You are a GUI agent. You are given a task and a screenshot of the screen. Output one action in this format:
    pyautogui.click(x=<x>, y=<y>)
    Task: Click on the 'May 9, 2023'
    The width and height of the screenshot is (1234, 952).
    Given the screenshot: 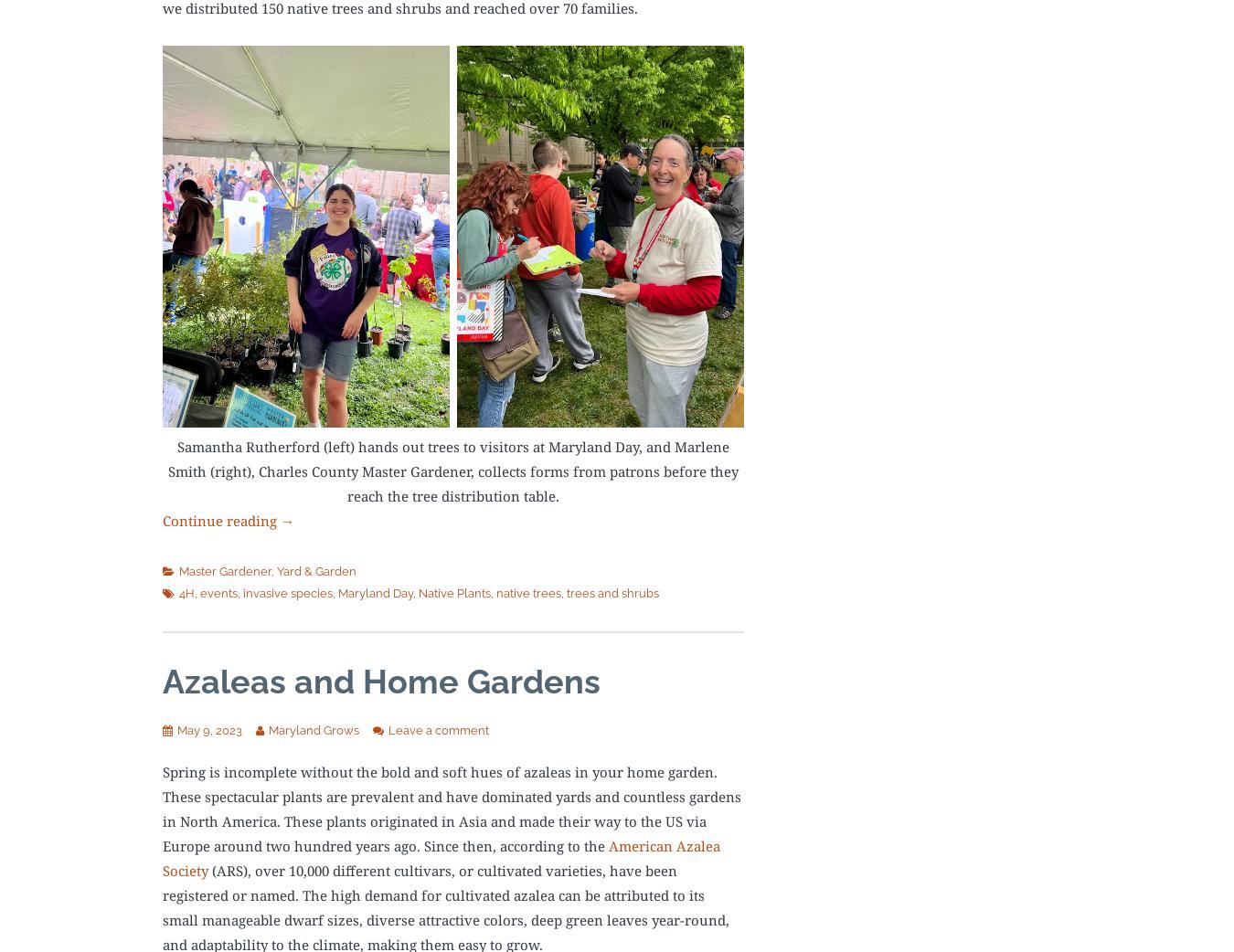 What is the action you would take?
    pyautogui.click(x=208, y=729)
    